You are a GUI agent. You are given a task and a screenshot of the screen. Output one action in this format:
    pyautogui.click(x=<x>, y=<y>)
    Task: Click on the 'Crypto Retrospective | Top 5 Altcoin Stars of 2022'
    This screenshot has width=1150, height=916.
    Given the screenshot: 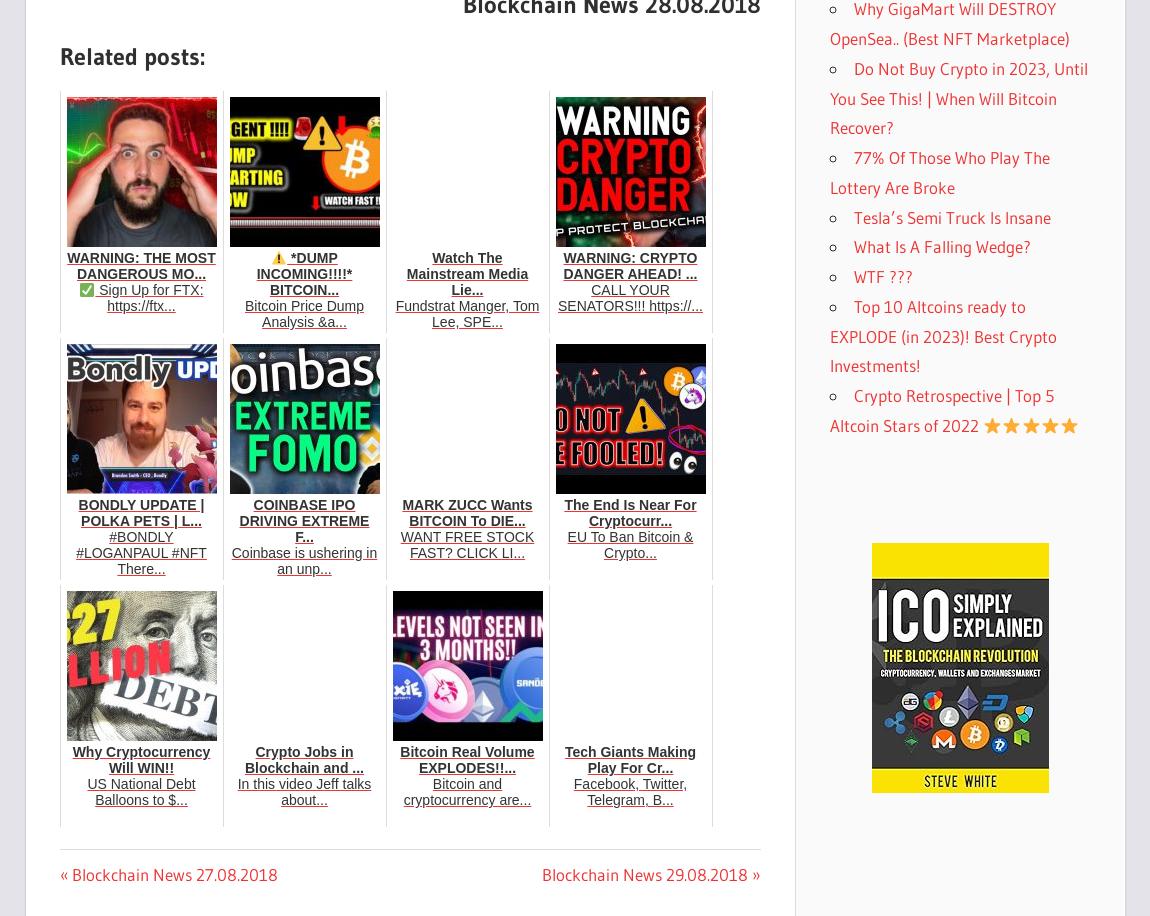 What is the action you would take?
    pyautogui.click(x=941, y=409)
    